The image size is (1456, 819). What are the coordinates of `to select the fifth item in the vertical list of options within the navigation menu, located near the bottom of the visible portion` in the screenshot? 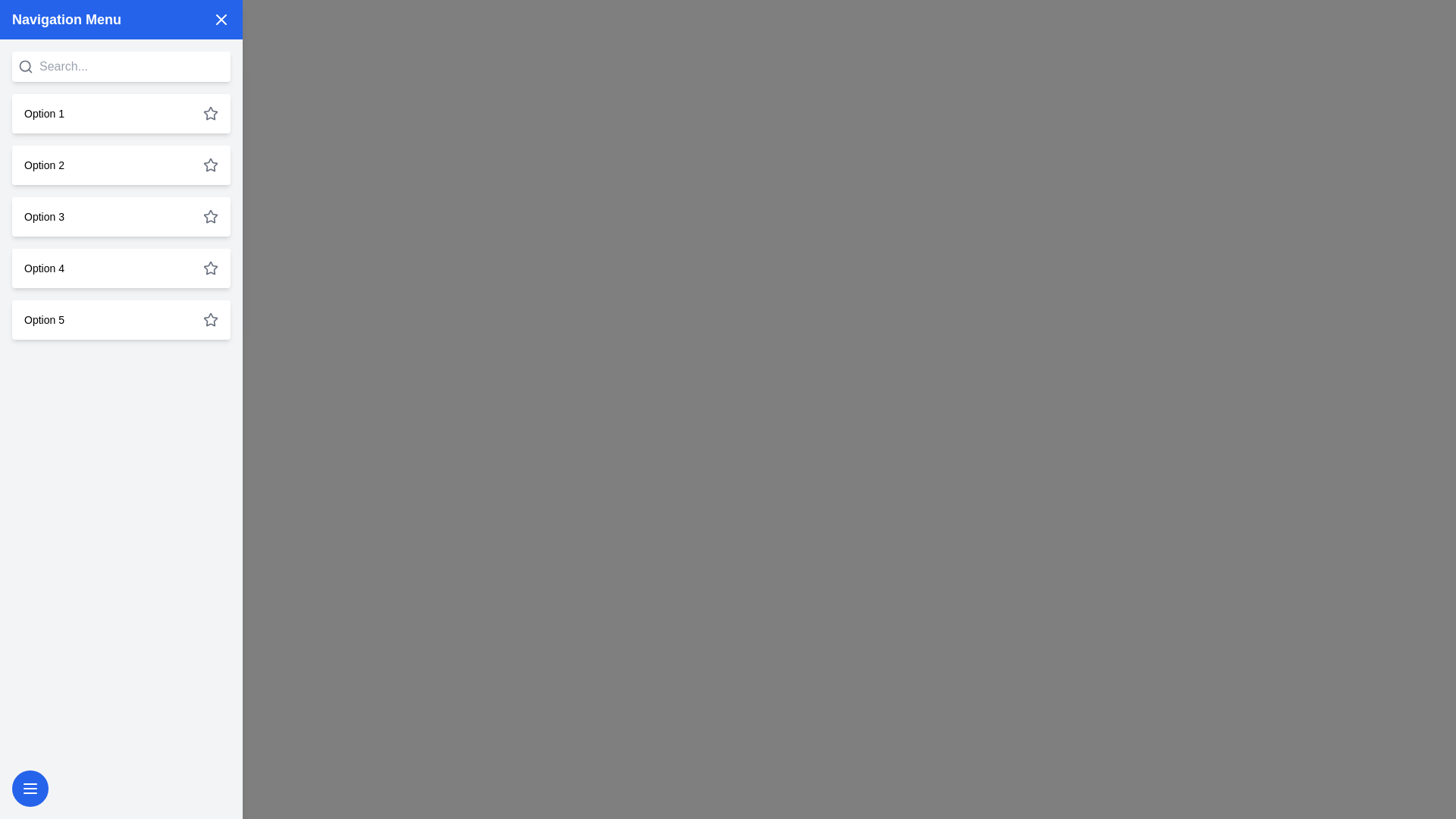 It's located at (120, 318).